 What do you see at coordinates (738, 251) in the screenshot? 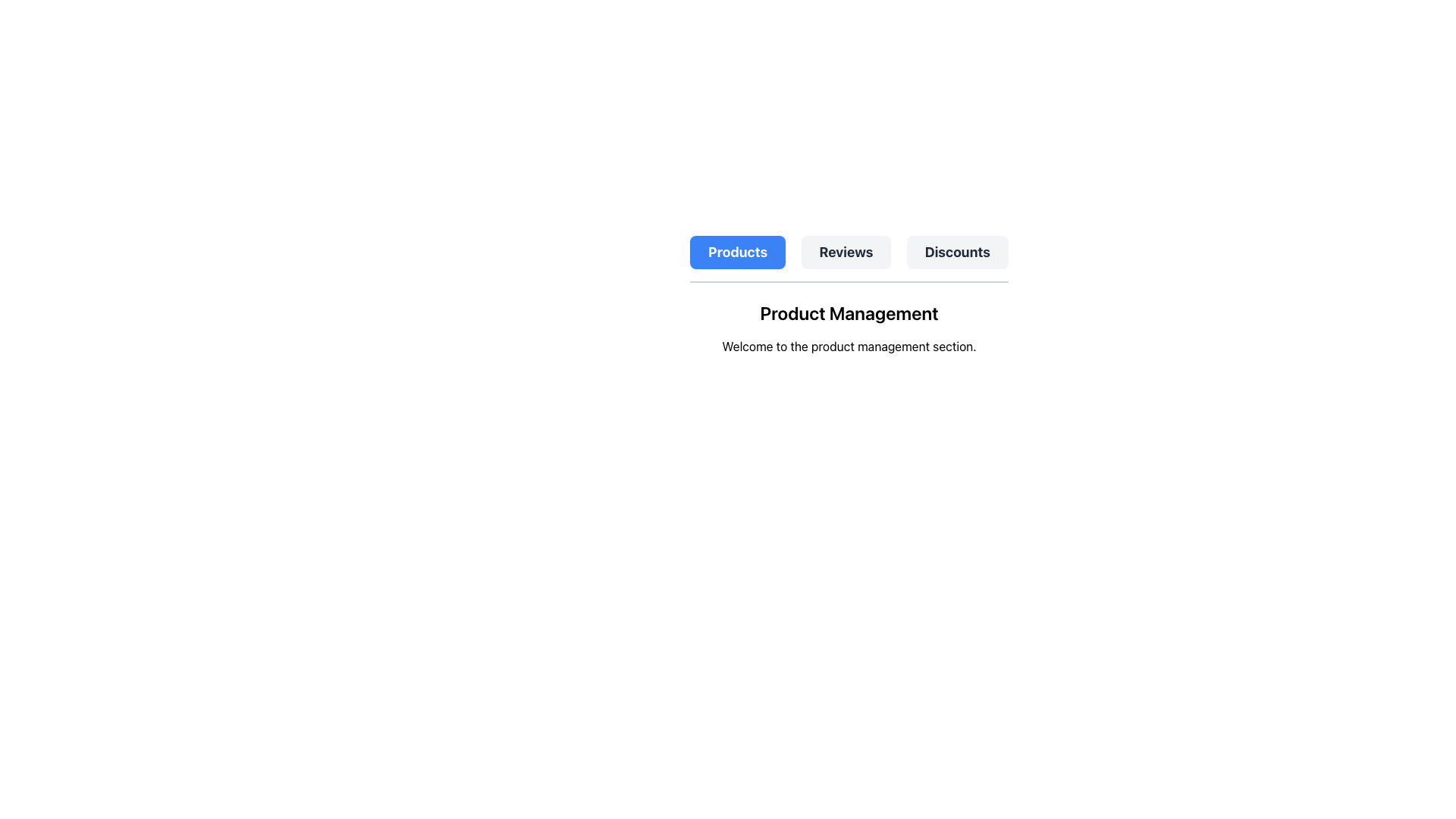
I see `the blue 'Products' button with white bold text` at bounding box center [738, 251].